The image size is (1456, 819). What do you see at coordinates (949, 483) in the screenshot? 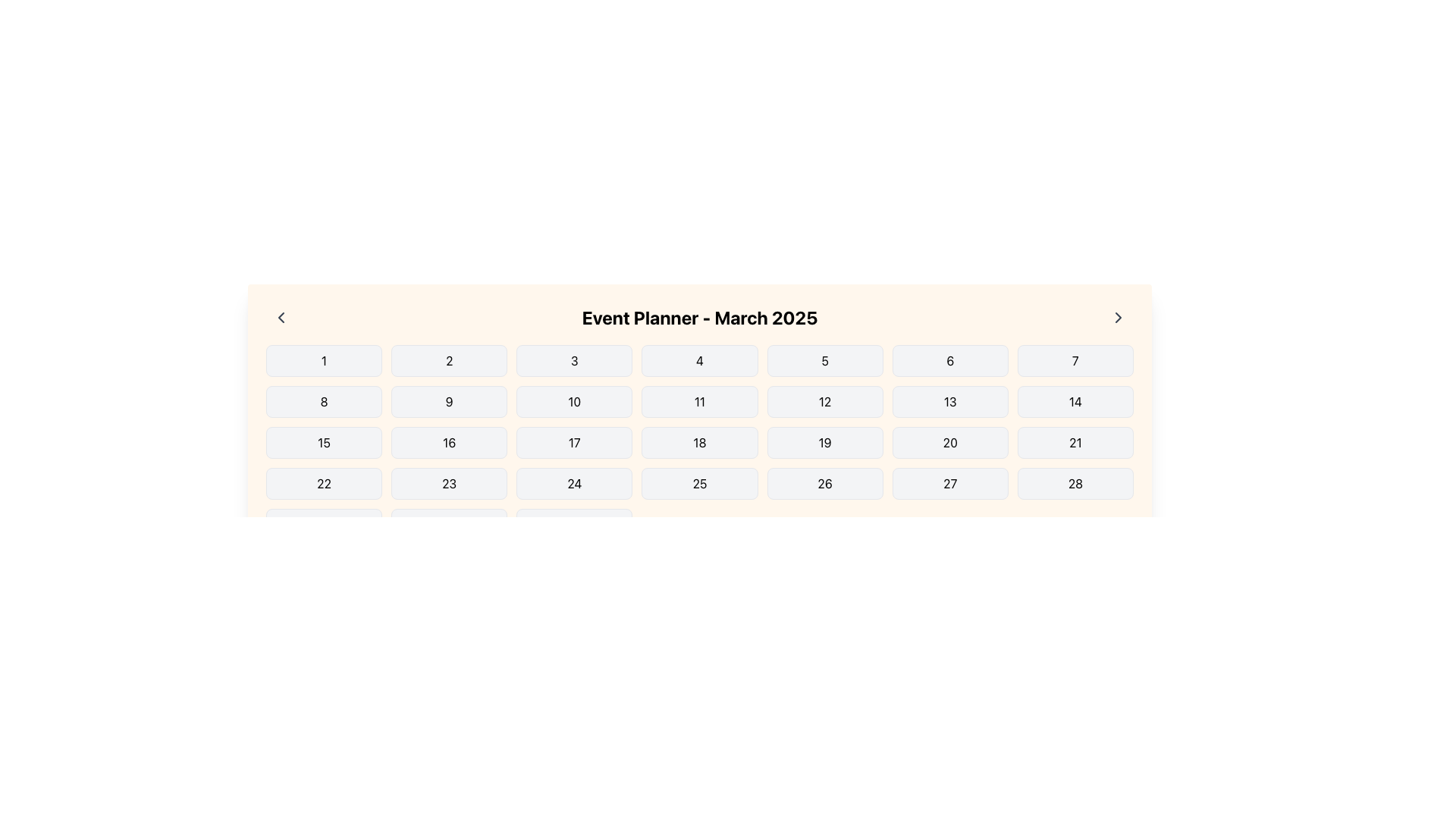
I see `the button displaying the number '27', which is part of a grid of date buttons in a calendar view for March 2025` at bounding box center [949, 483].